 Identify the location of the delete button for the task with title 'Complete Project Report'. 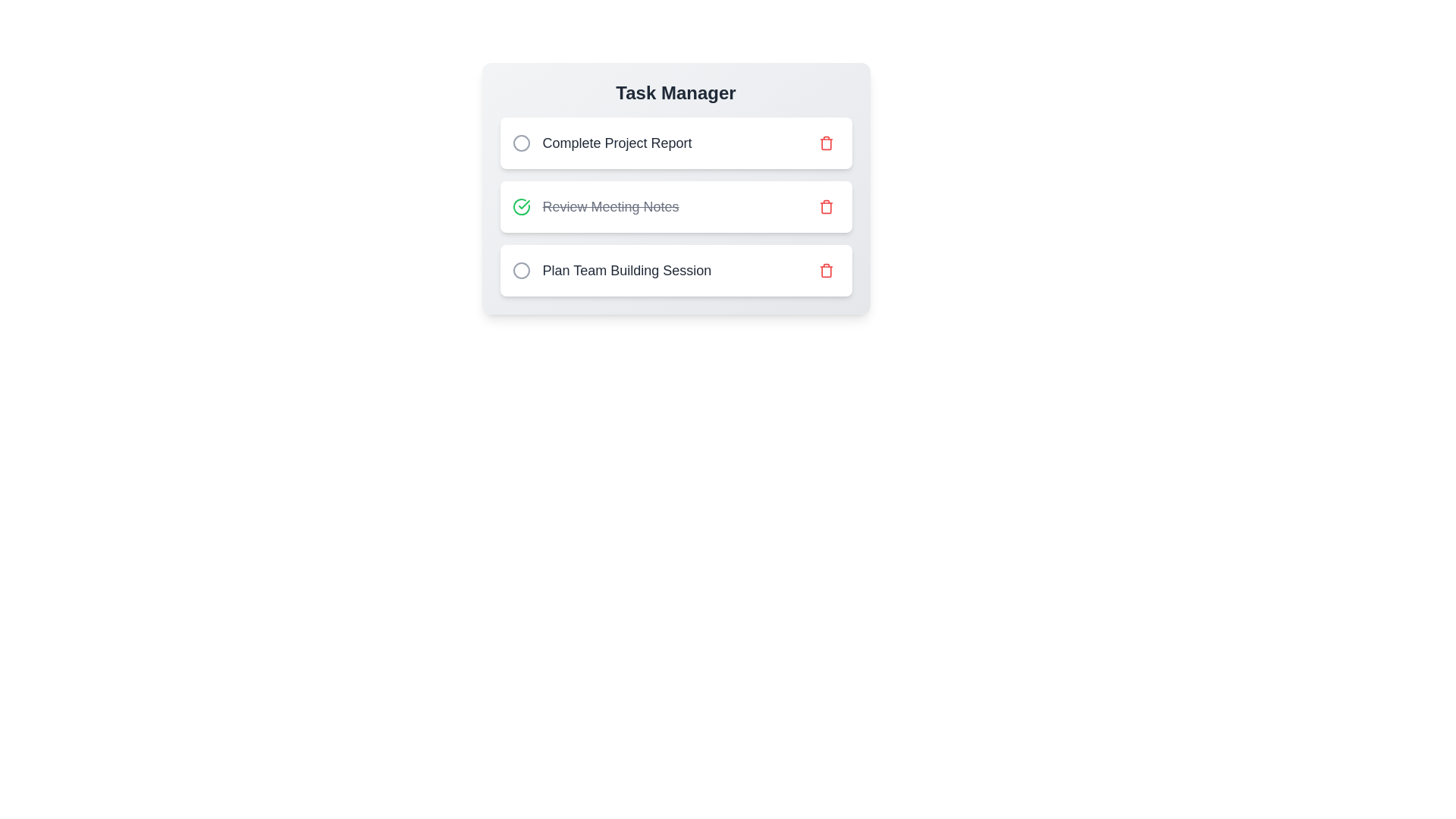
(825, 143).